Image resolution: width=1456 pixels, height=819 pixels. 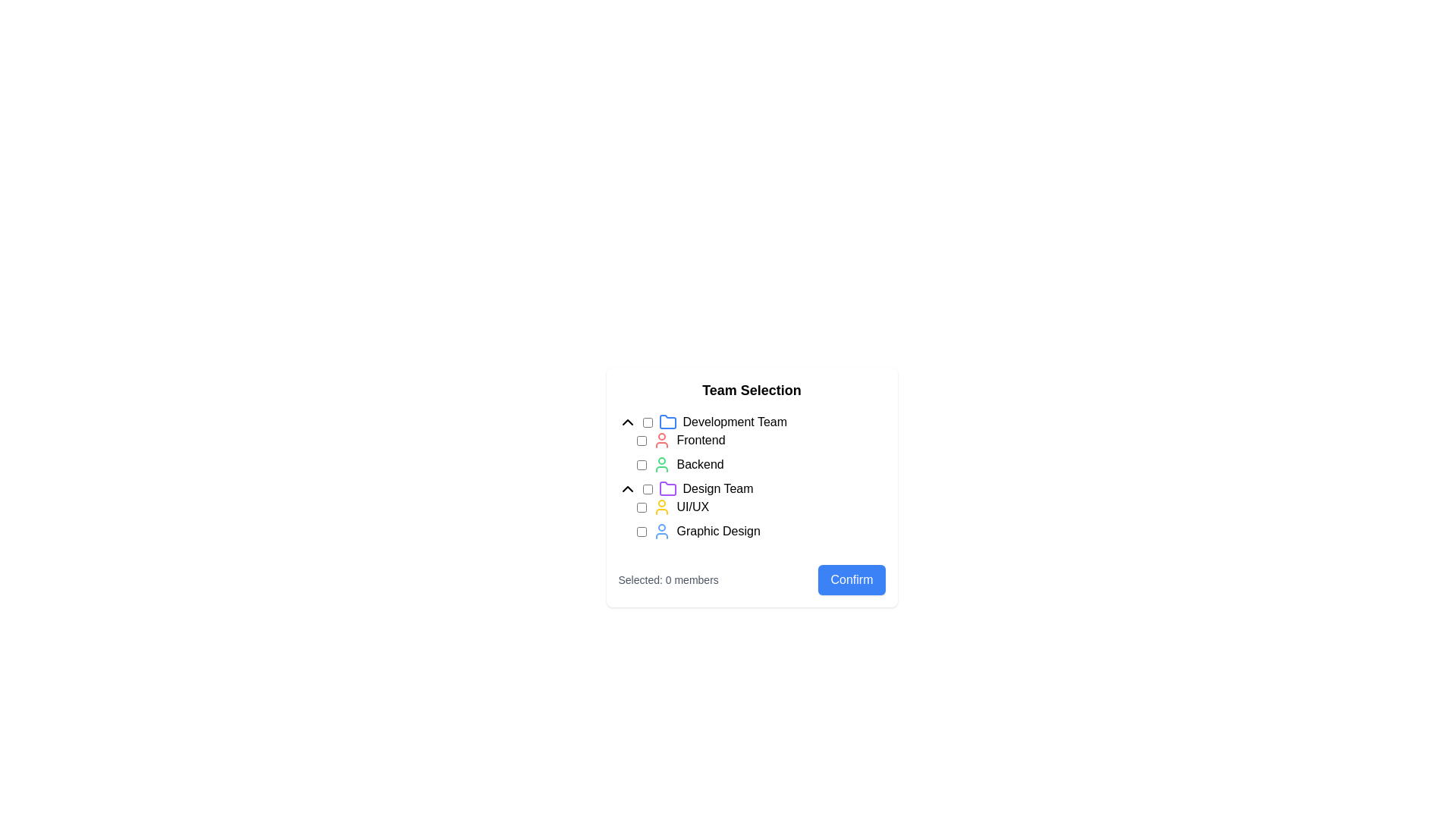 What do you see at coordinates (717, 531) in the screenshot?
I see `the 'Graphic Design' text label in the 'Design Team' subsection, located at the bottom of the list with a checkbox on its left` at bounding box center [717, 531].